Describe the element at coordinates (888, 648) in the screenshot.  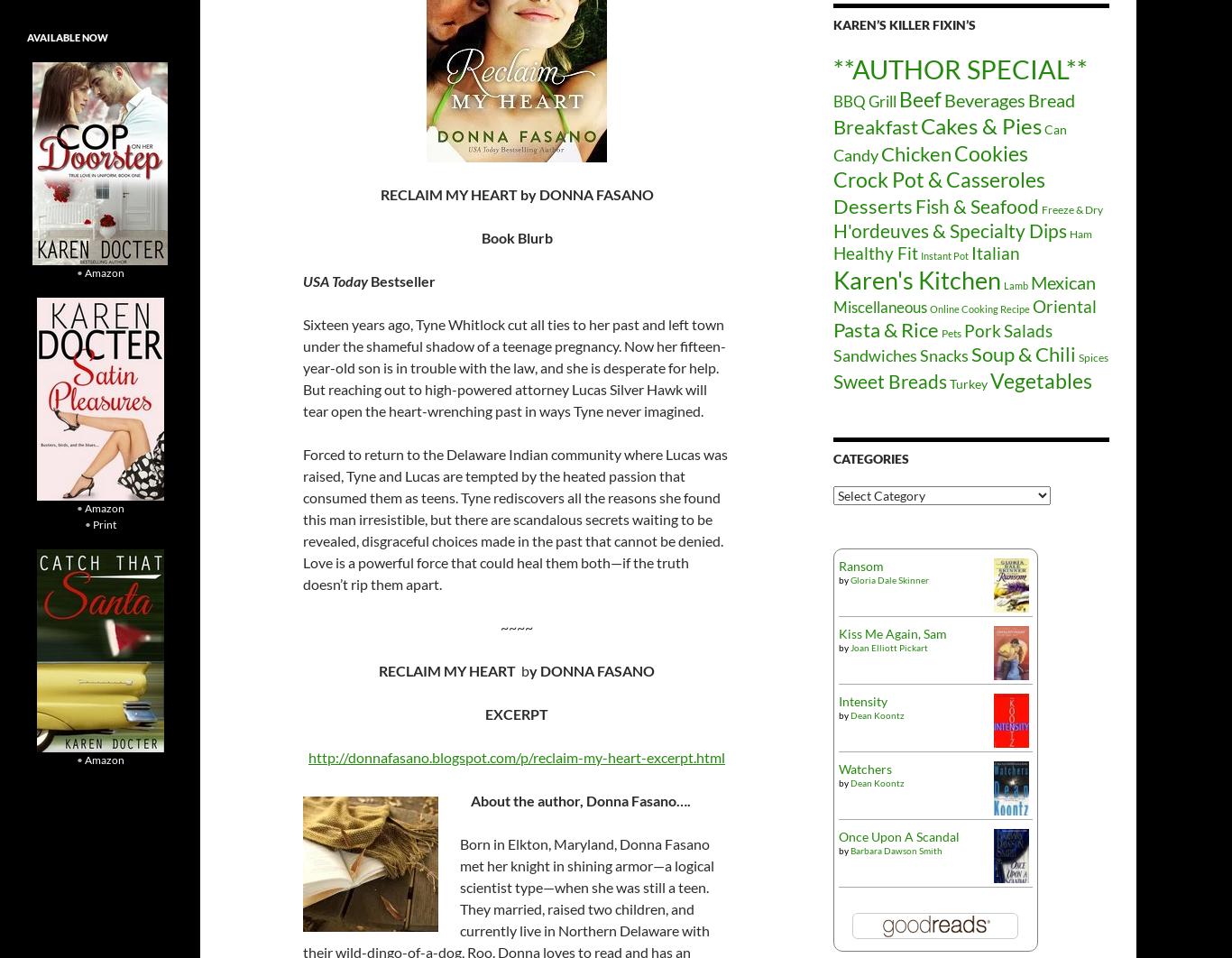
I see `'Joan Elliott Pickart'` at that location.